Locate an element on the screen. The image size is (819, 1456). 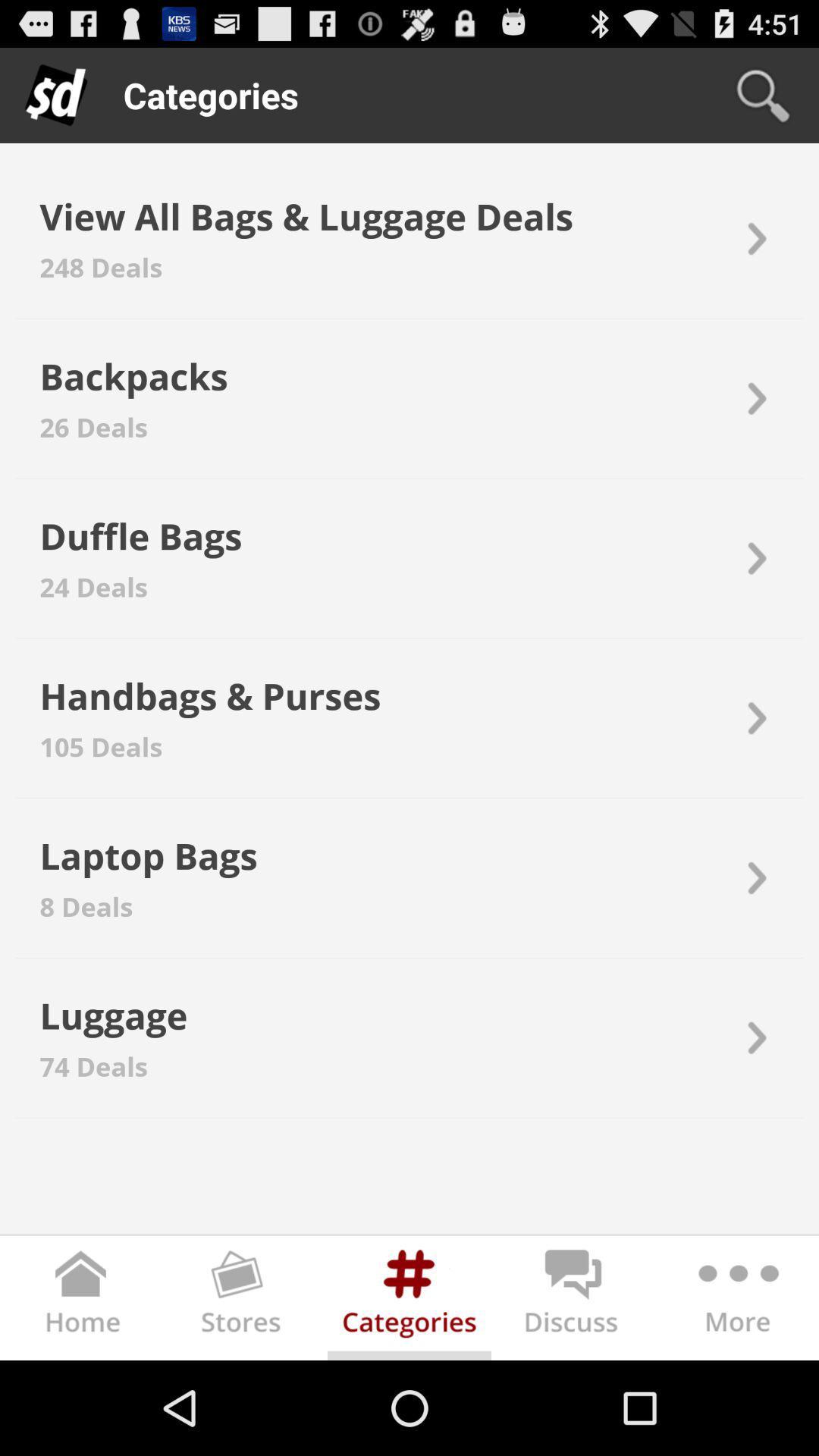
home is located at coordinates (82, 1301).